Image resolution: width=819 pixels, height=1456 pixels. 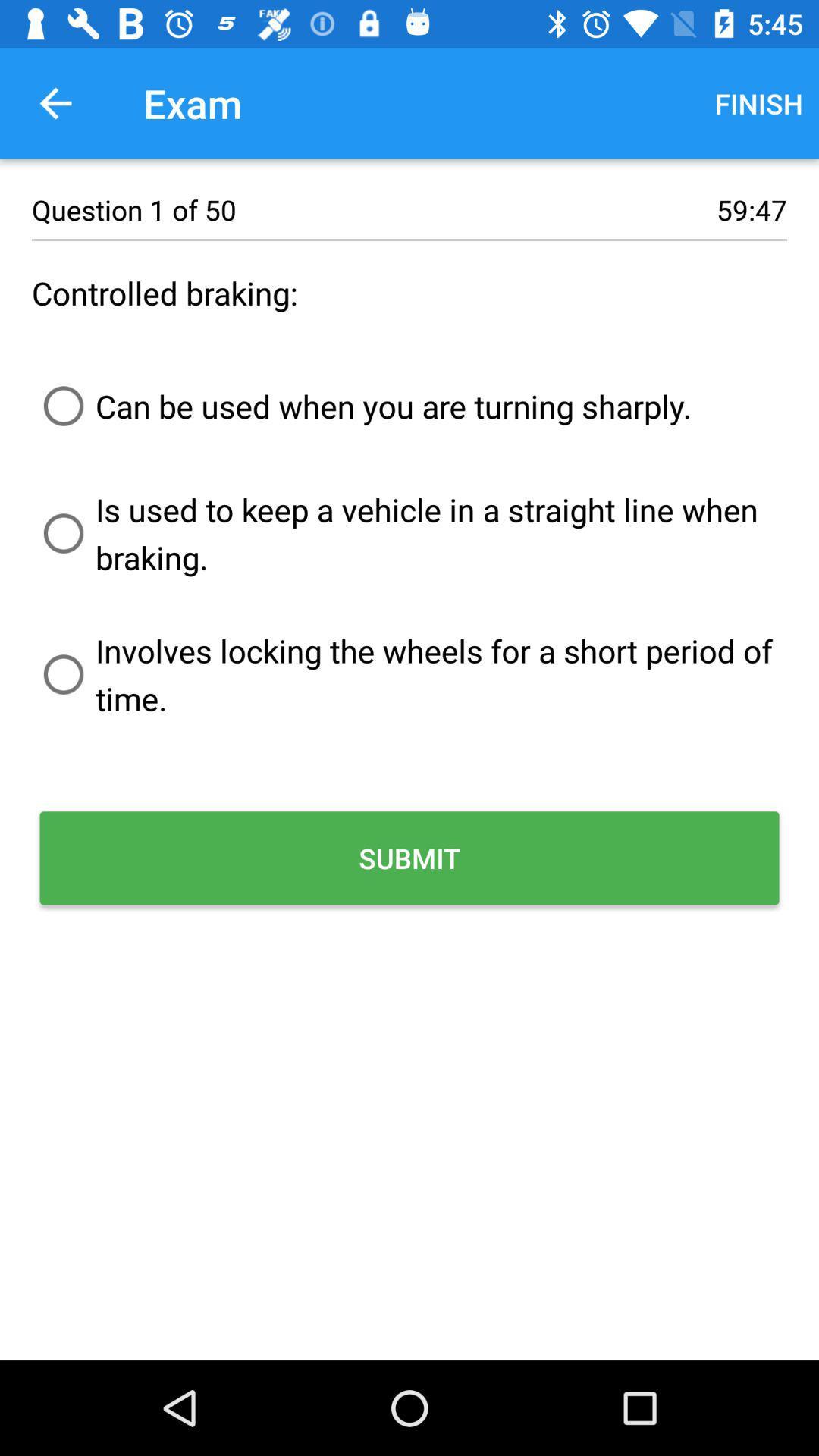 What do you see at coordinates (362, 406) in the screenshot?
I see `item above is used to` at bounding box center [362, 406].